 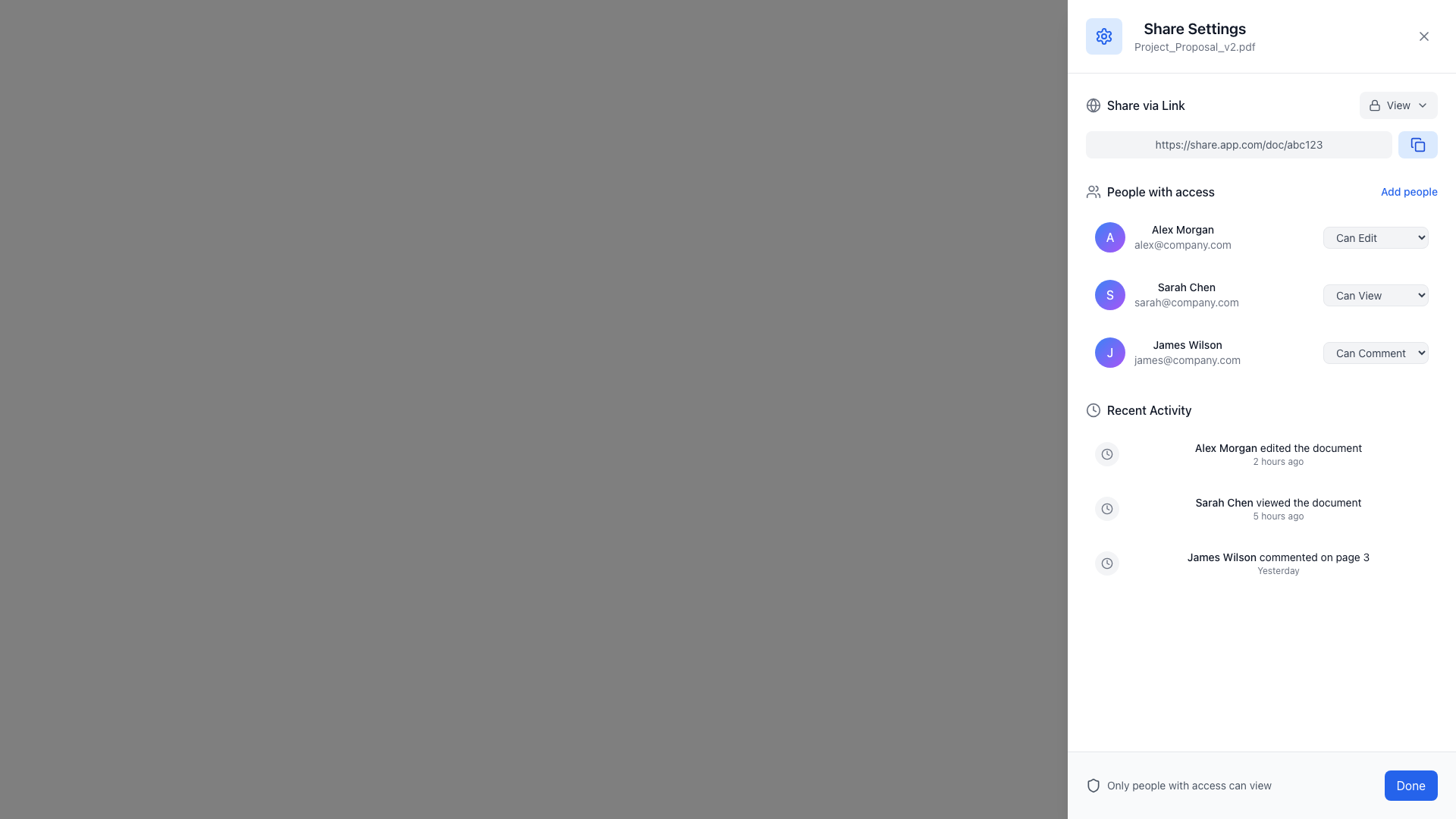 What do you see at coordinates (1185, 287) in the screenshot?
I see `the label displaying the text 'Sarah Chen', which is styled in medium-weight dark gray font and is located above the email 'sarah@company.com' in the 'People with access' section` at bounding box center [1185, 287].